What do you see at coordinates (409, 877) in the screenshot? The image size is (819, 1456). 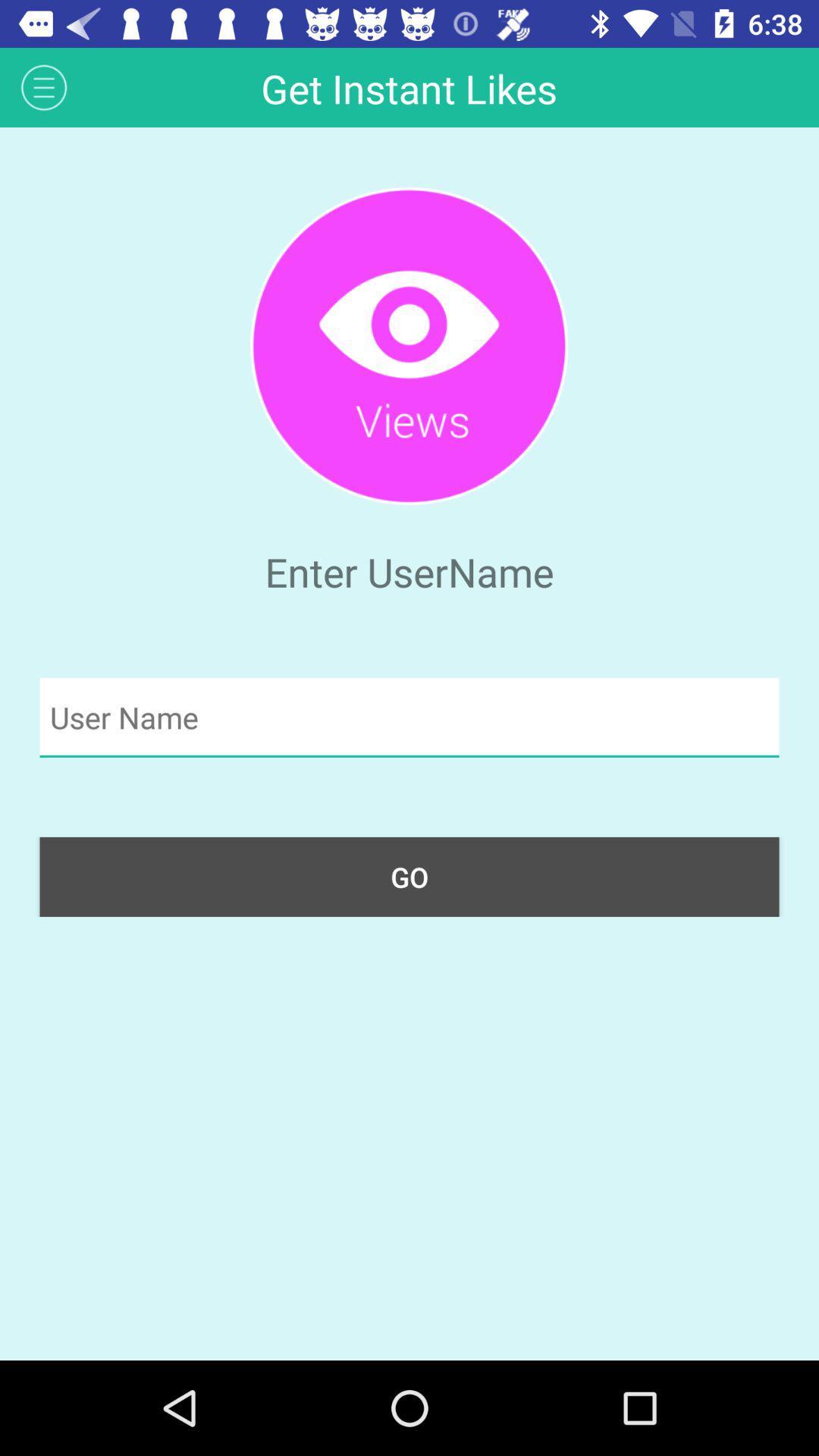 I see `the go button` at bounding box center [409, 877].